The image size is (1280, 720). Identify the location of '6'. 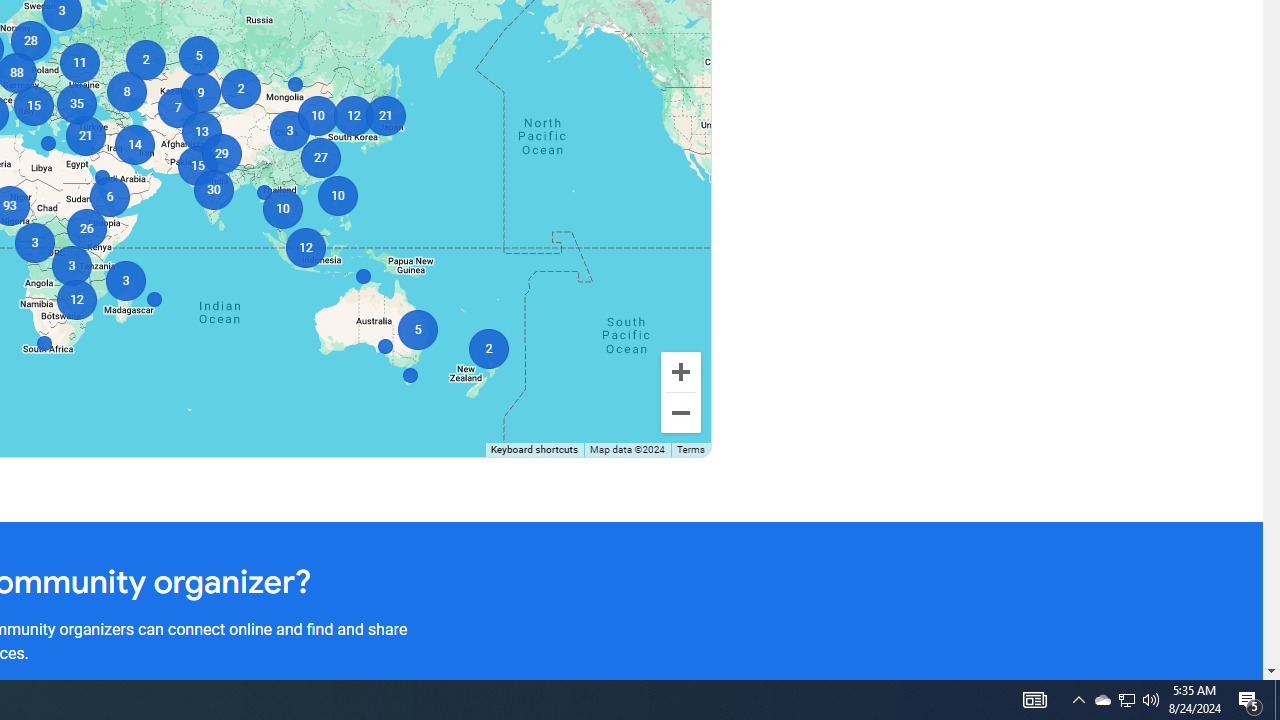
(109, 196).